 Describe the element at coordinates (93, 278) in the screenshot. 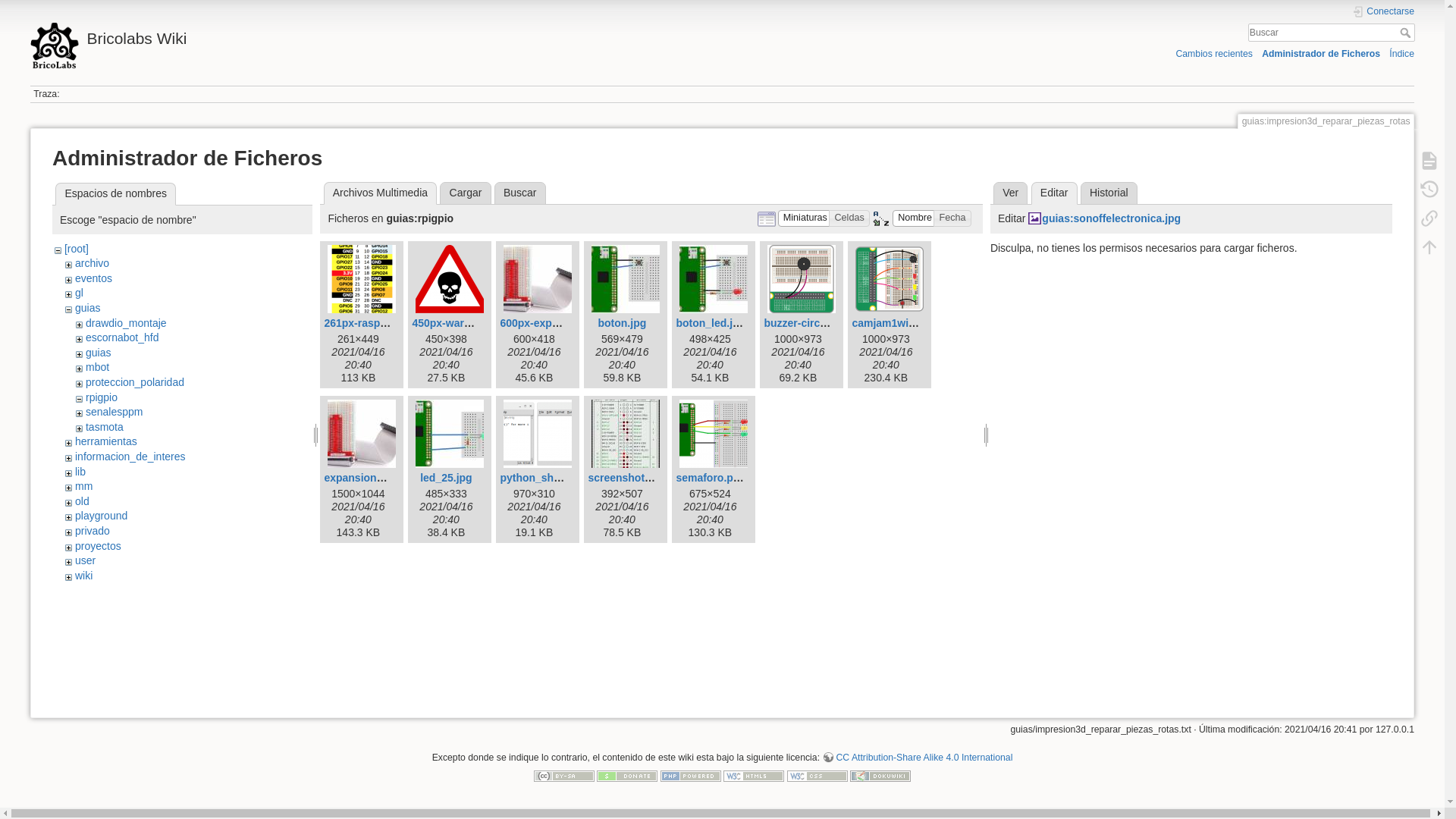

I see `'eventos'` at that location.